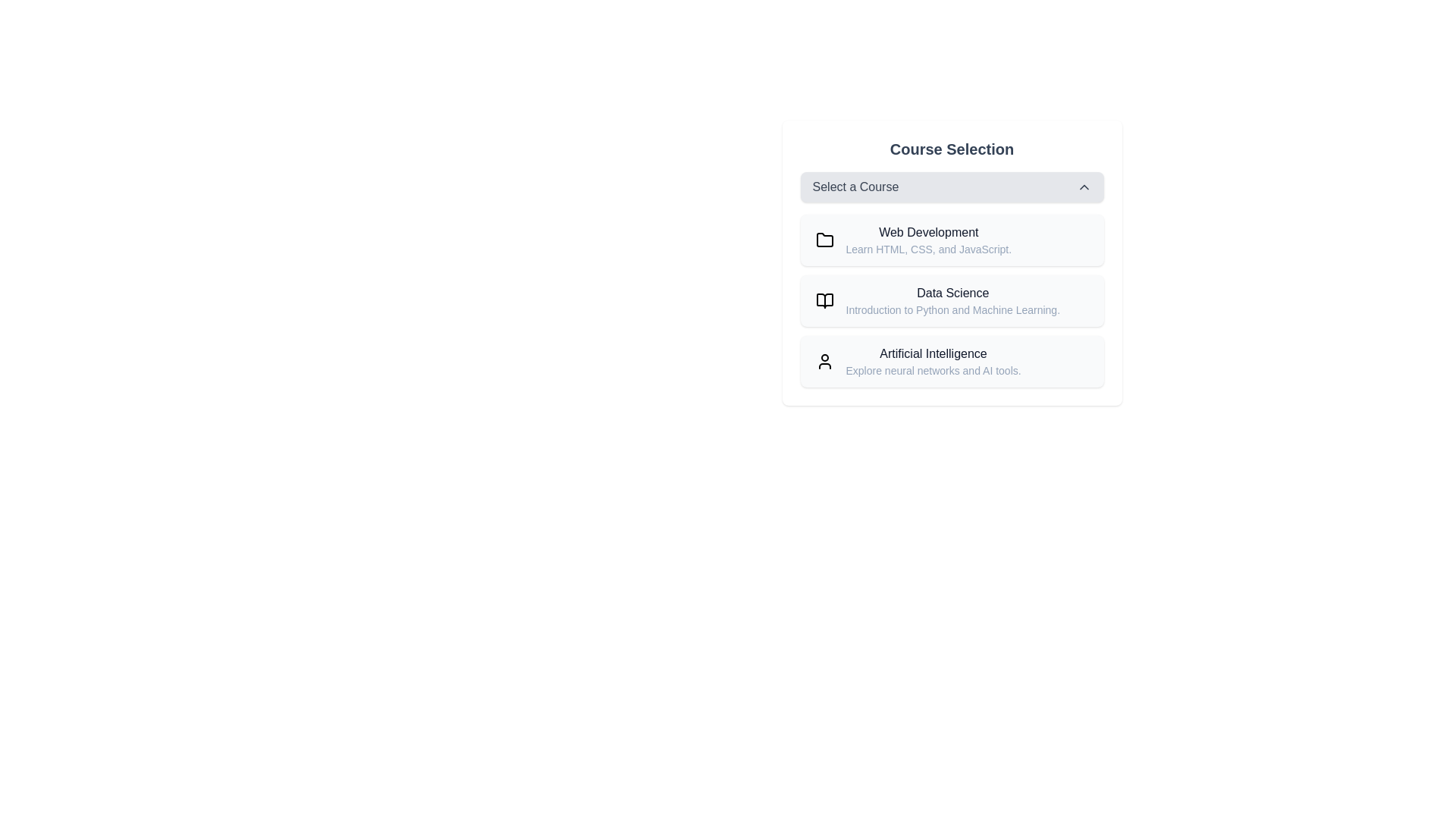 Image resolution: width=1456 pixels, height=819 pixels. Describe the element at coordinates (824, 362) in the screenshot. I see `the icon representing Artificial Intelligence to select it` at that location.